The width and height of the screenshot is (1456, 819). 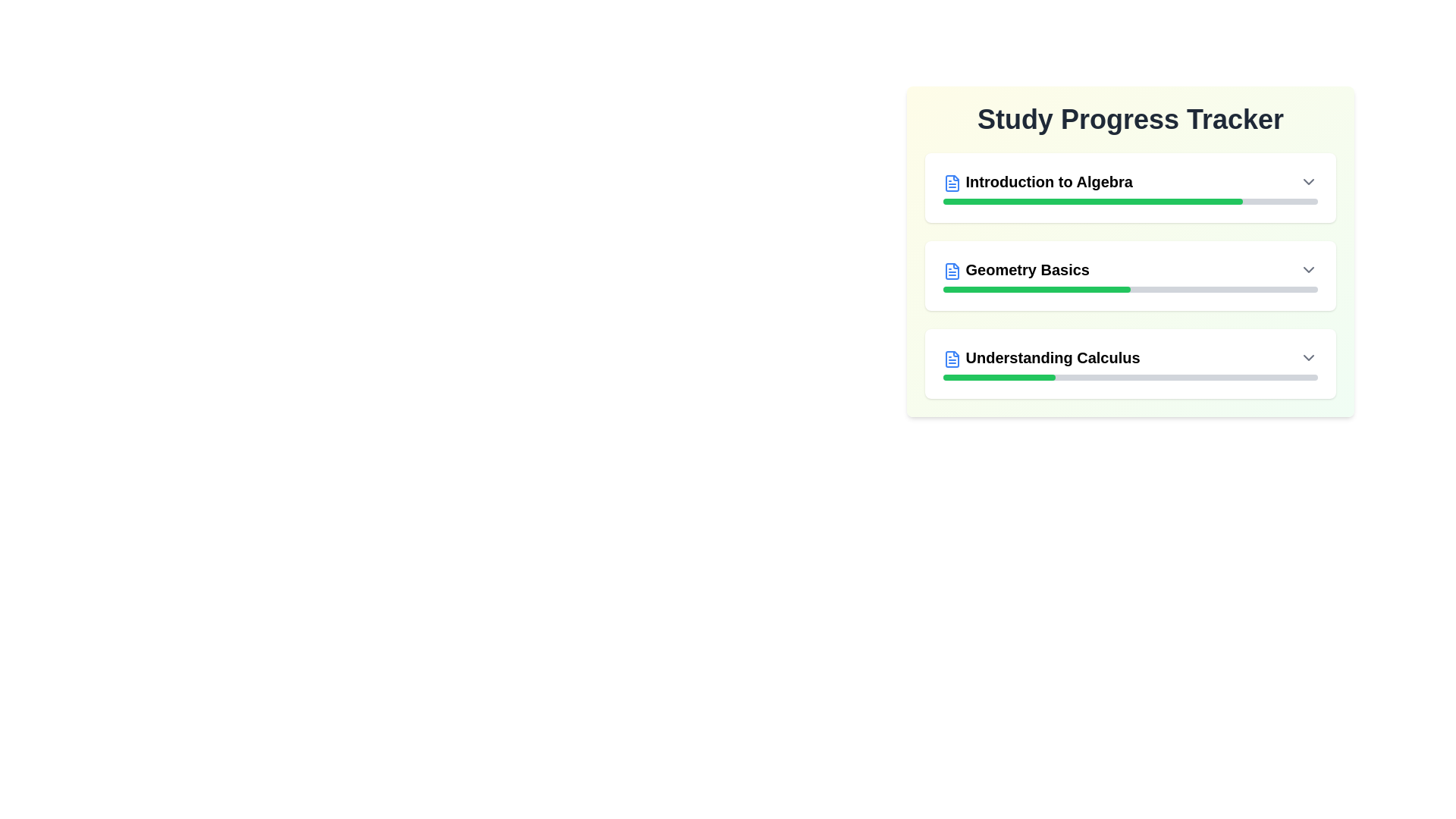 What do you see at coordinates (999, 376) in the screenshot?
I see `the green fill indicator of the progress bar representing 30% completion in the 'Understanding Calculus' section of the 'Study Progress Tracker'` at bounding box center [999, 376].